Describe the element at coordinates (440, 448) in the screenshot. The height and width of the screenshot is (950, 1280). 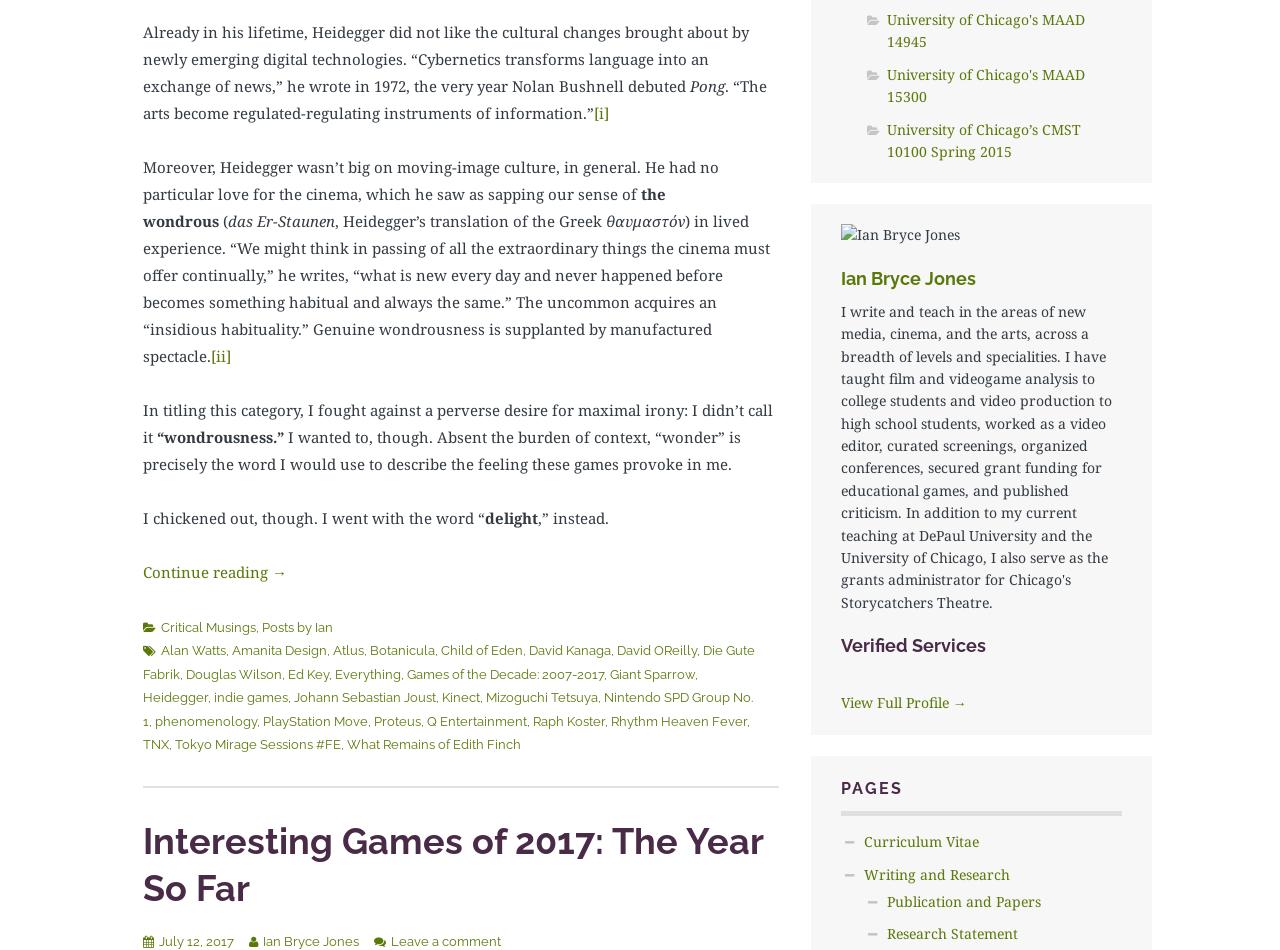
I see `'I wanted to, though. Absent the burden of context, “wonder” is precisely the word I would use to describe the feeling these games provoke in me.'` at that location.